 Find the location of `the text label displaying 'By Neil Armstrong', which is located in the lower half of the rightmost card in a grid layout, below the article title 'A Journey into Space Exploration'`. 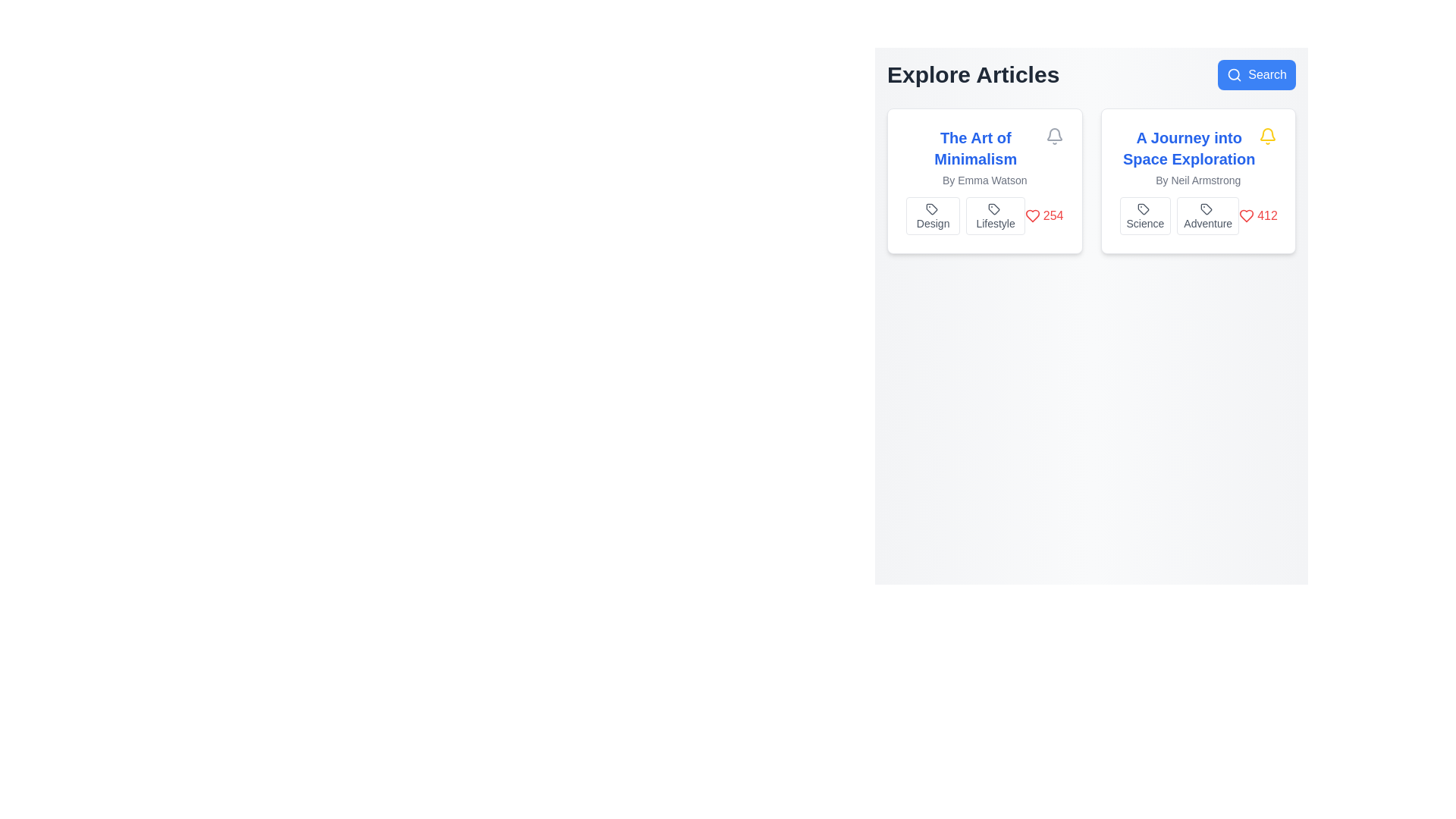

the text label displaying 'By Neil Armstrong', which is located in the lower half of the rightmost card in a grid layout, below the article title 'A Journey into Space Exploration' is located at coordinates (1197, 180).